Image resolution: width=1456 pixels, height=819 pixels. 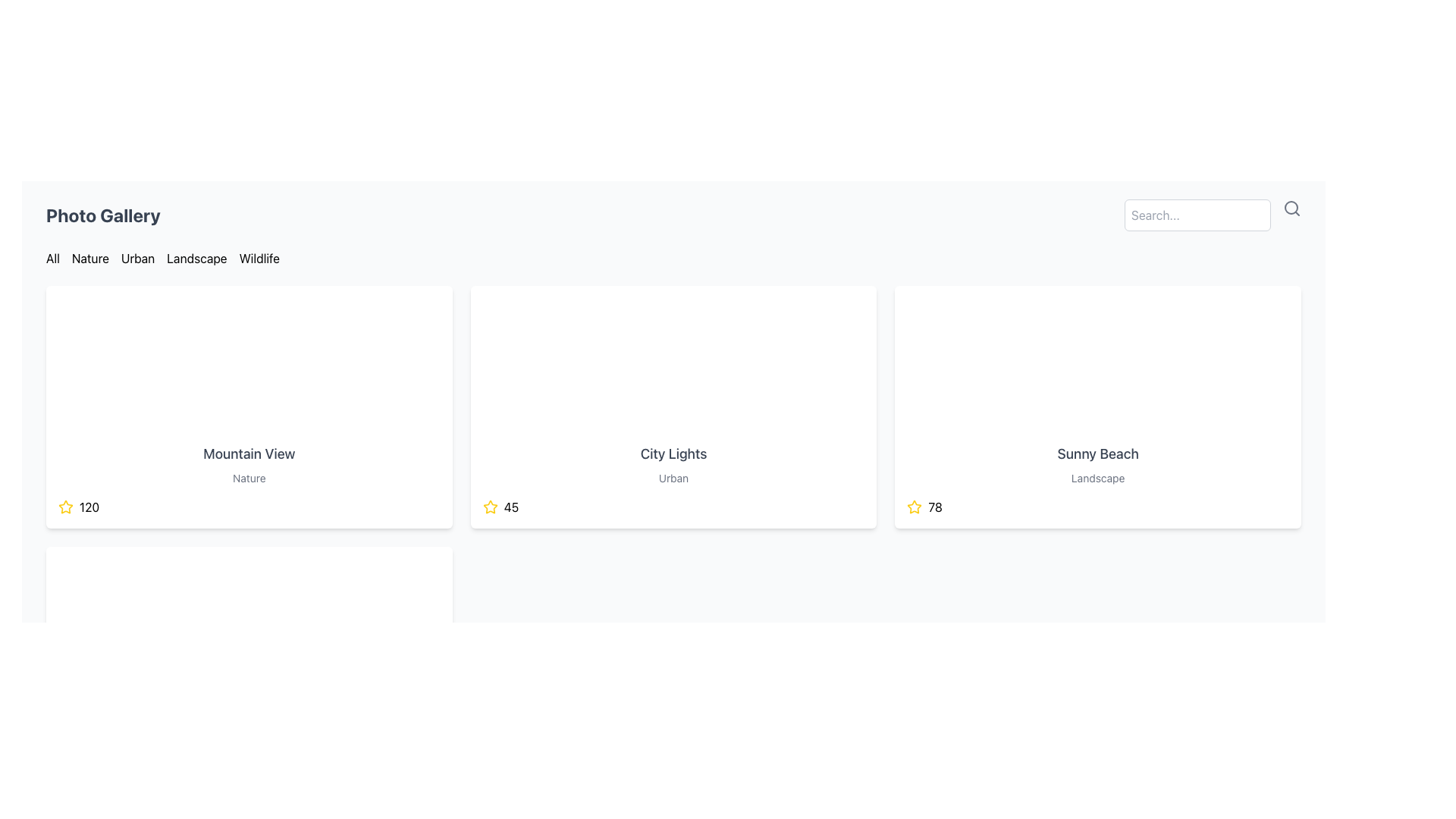 I want to click on displayed numerical label '45' that is styled with black text and located next to a yellow star icon, part of a rating or count display, so click(x=511, y=507).